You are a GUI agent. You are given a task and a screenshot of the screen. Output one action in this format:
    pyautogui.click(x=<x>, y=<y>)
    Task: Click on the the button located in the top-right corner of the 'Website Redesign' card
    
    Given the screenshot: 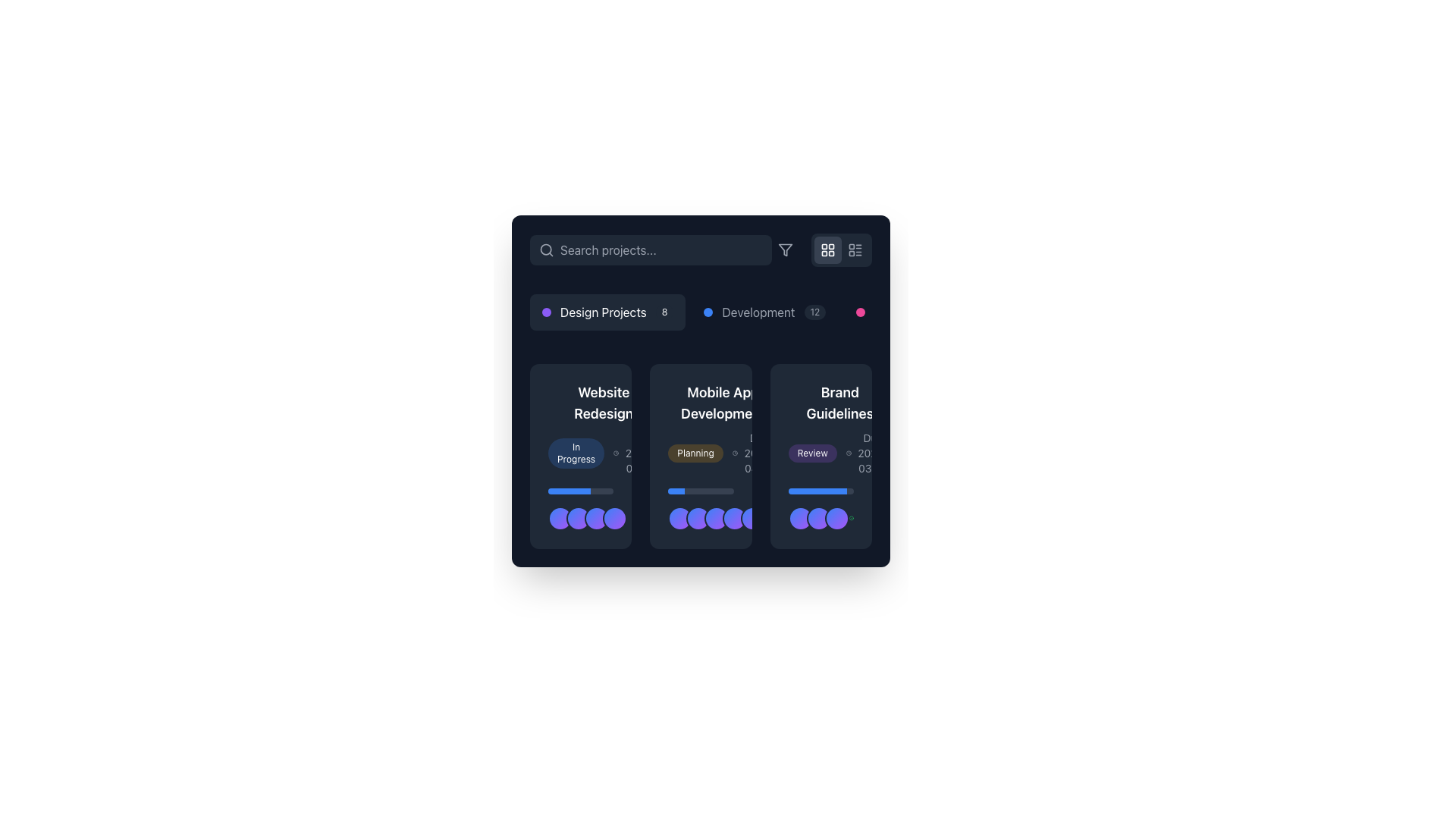 What is the action you would take?
    pyautogui.click(x=672, y=394)
    